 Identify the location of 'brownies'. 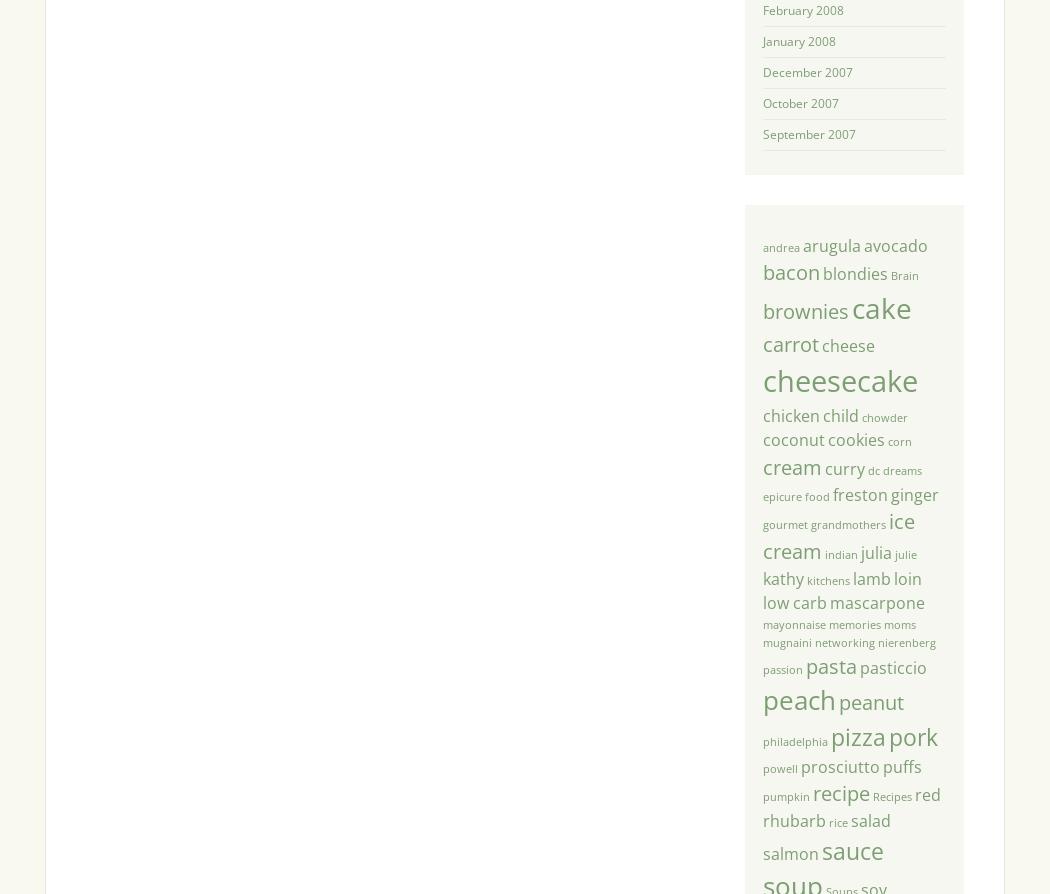
(761, 310).